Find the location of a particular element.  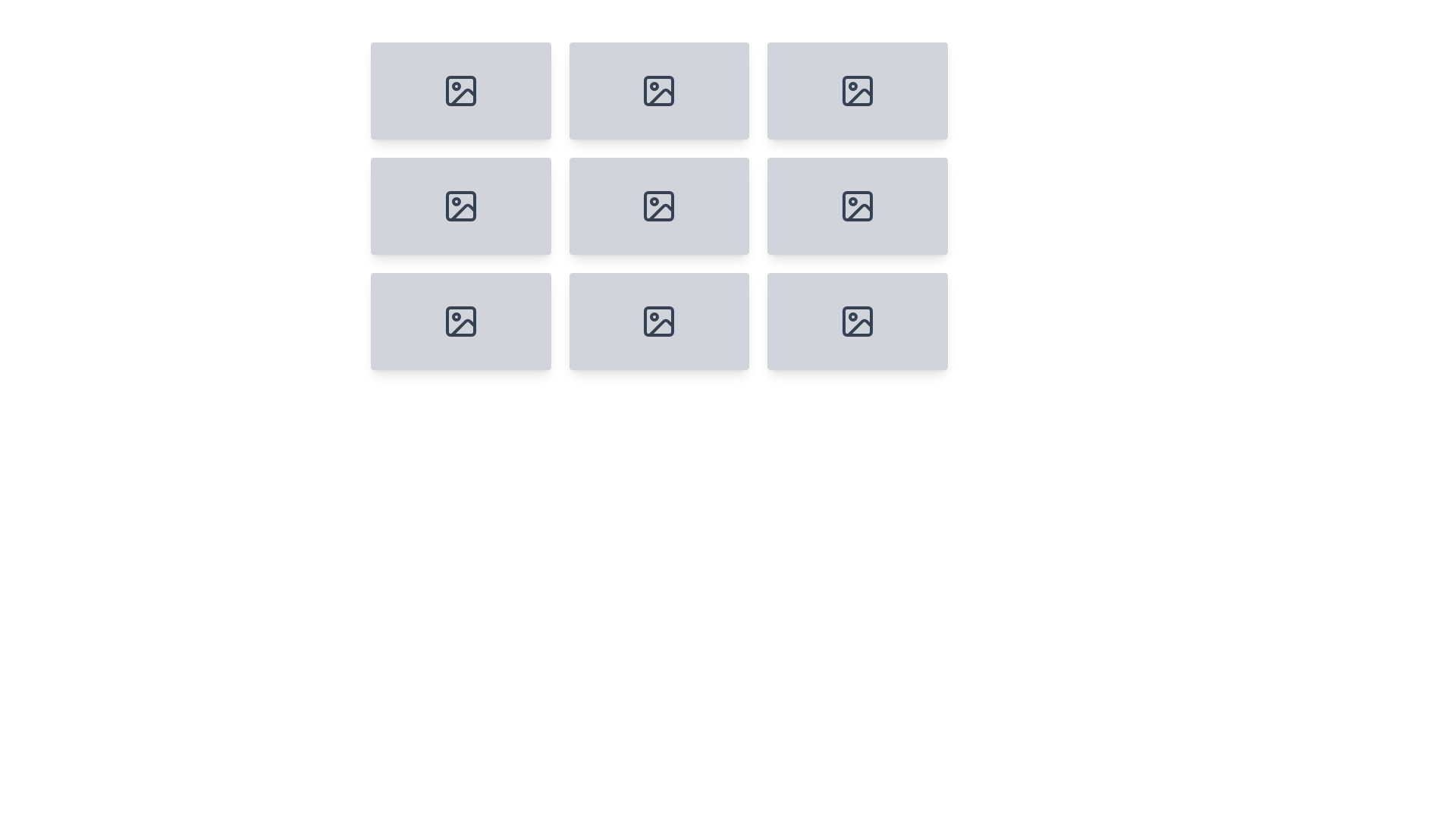

the icon resembling a generic image outline, which has a dark gray square border with rounded corners and a circular shape in the top-left, located at the center of the top-left cell in a 3x3 grid layout is located at coordinates (460, 90).